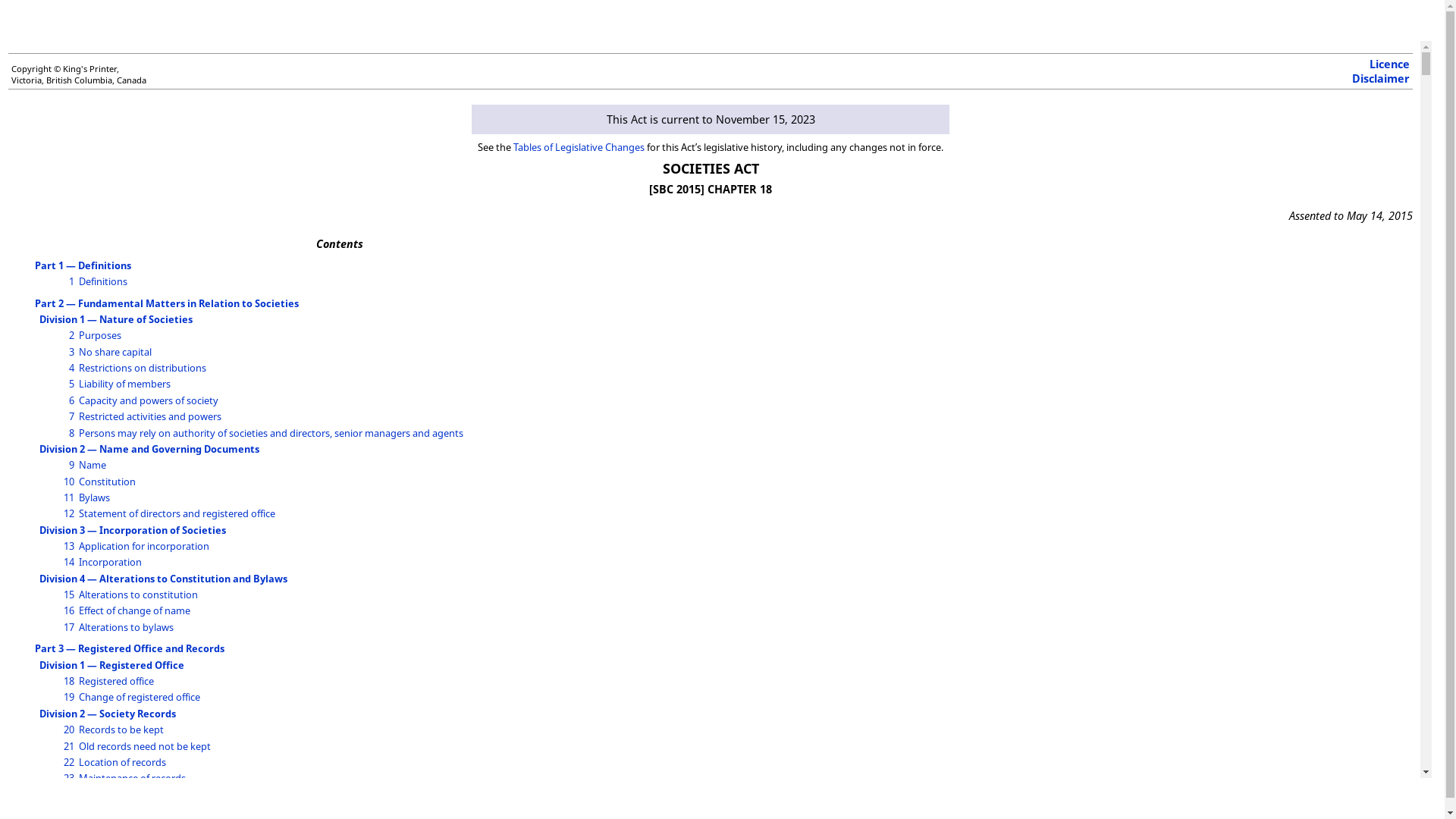 This screenshot has width=1456, height=819. Describe the element at coordinates (122, 762) in the screenshot. I see `'Location of records'` at that location.